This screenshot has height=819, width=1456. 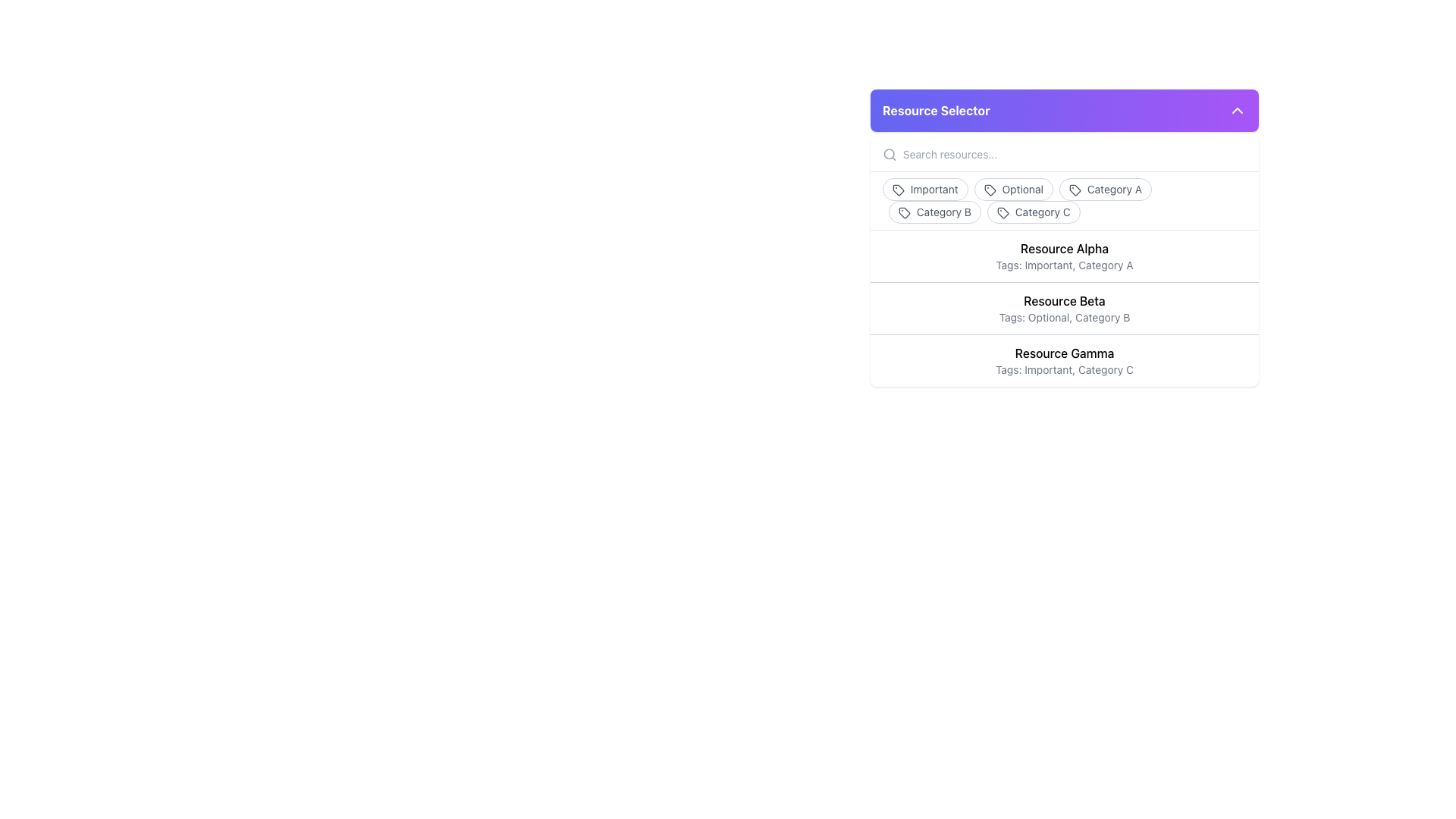 I want to click on the small gray outline tag icon located to the left of the text 'Category B' within the button labeled 'Category B', so click(x=905, y=213).